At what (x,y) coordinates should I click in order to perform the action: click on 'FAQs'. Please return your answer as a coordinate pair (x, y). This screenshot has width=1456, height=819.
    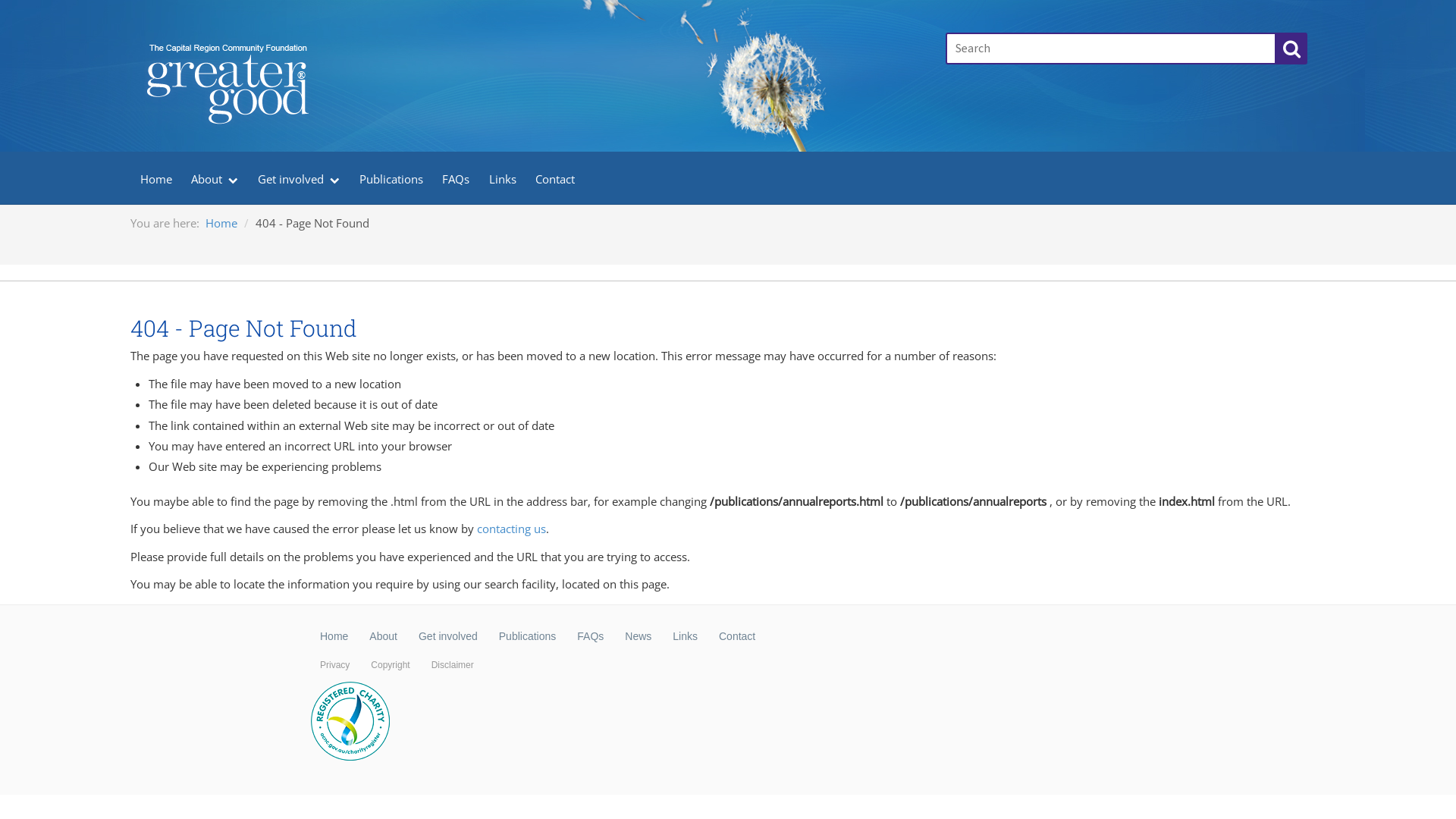
    Looking at the image, I should click on (589, 636).